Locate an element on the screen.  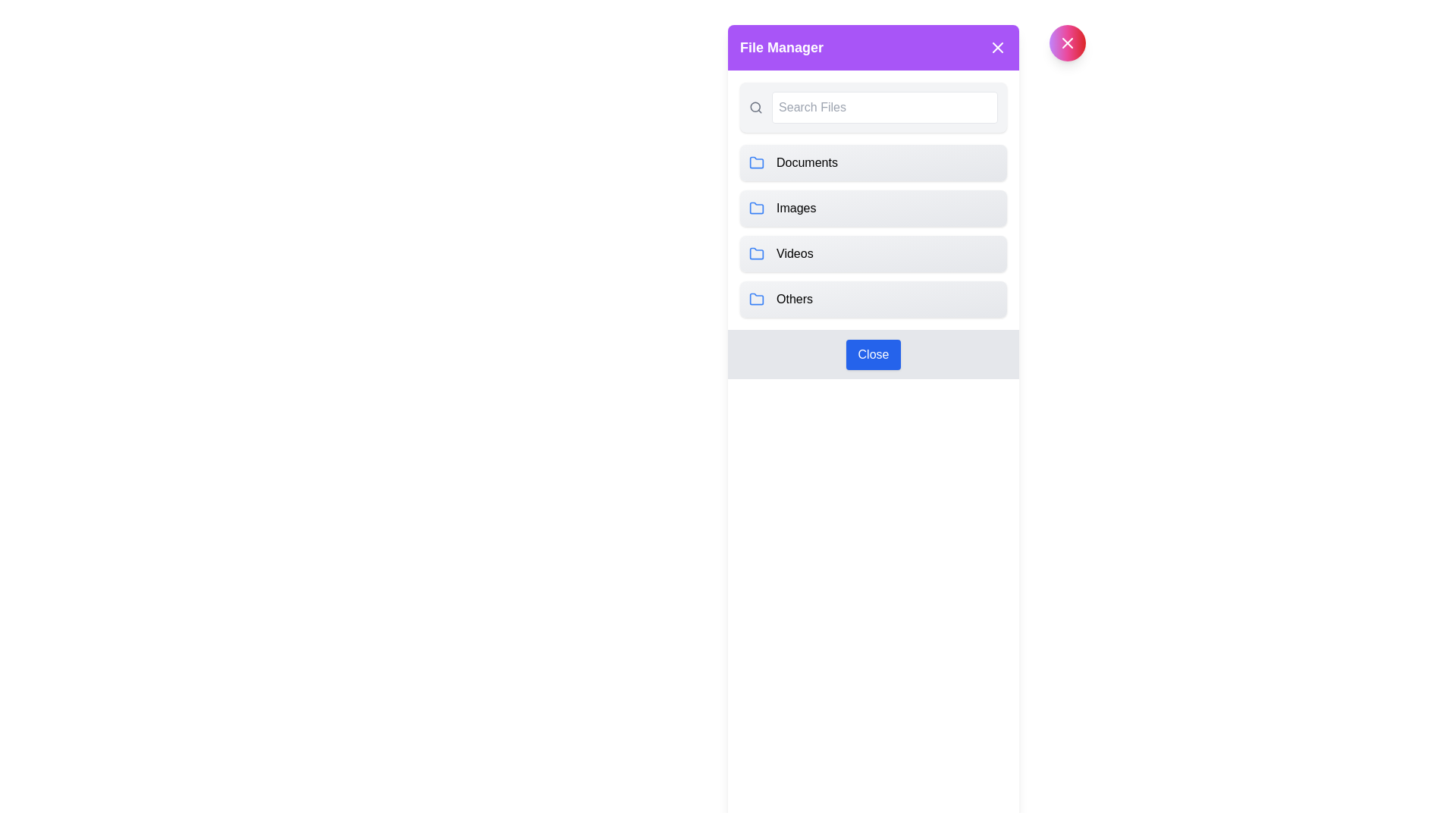
the Close button icon located at the top-right corner of the 'File Manager' interface is located at coordinates (997, 46).